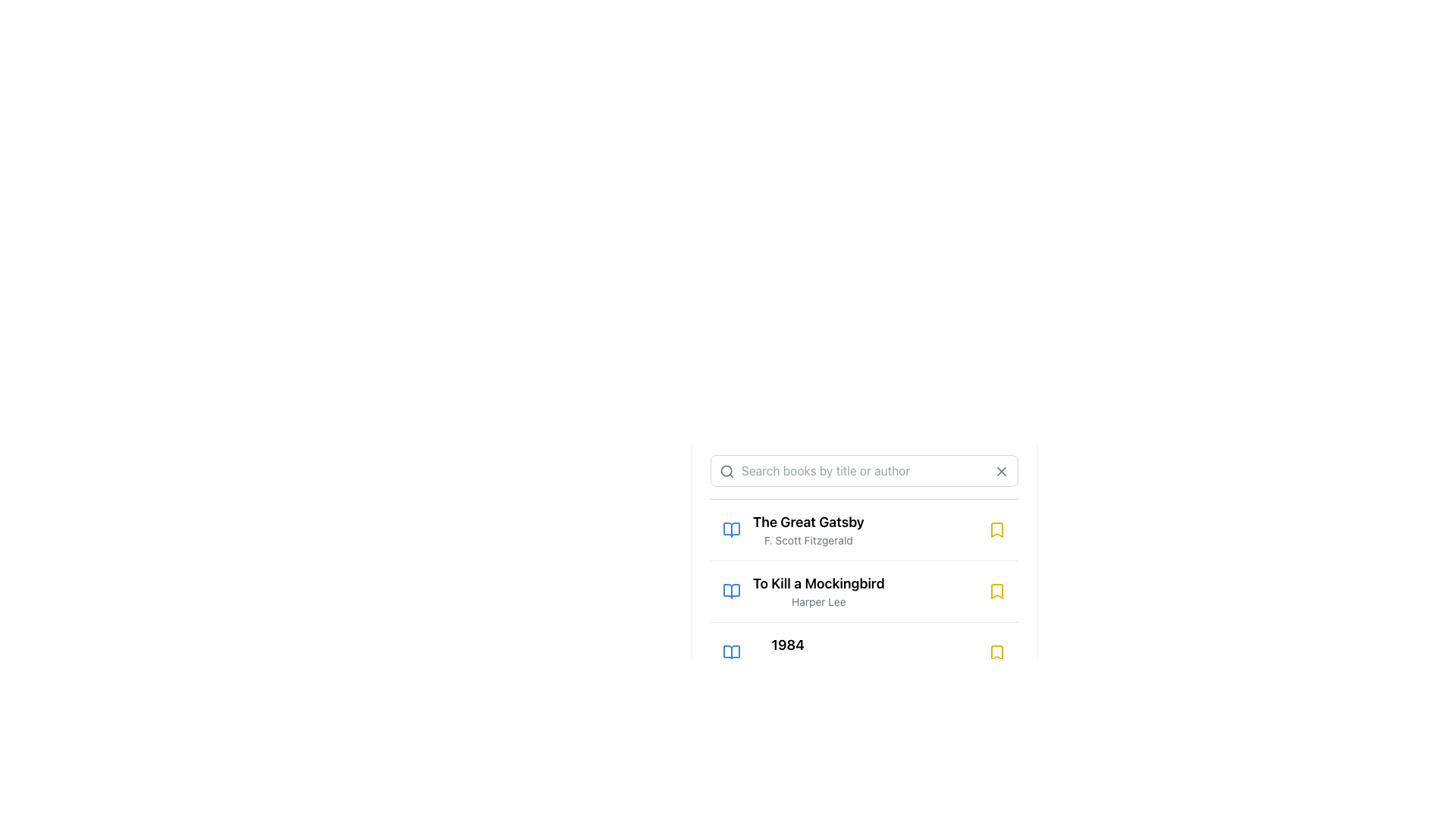 The image size is (1456, 819). I want to click on the third book title and subtitle element displaying '1984' by 'George Orwell', which is positioned below 'To Kill a Mockingbird' and has a blue book icon on the left and a yellow bookmark icon on the right, so click(787, 651).